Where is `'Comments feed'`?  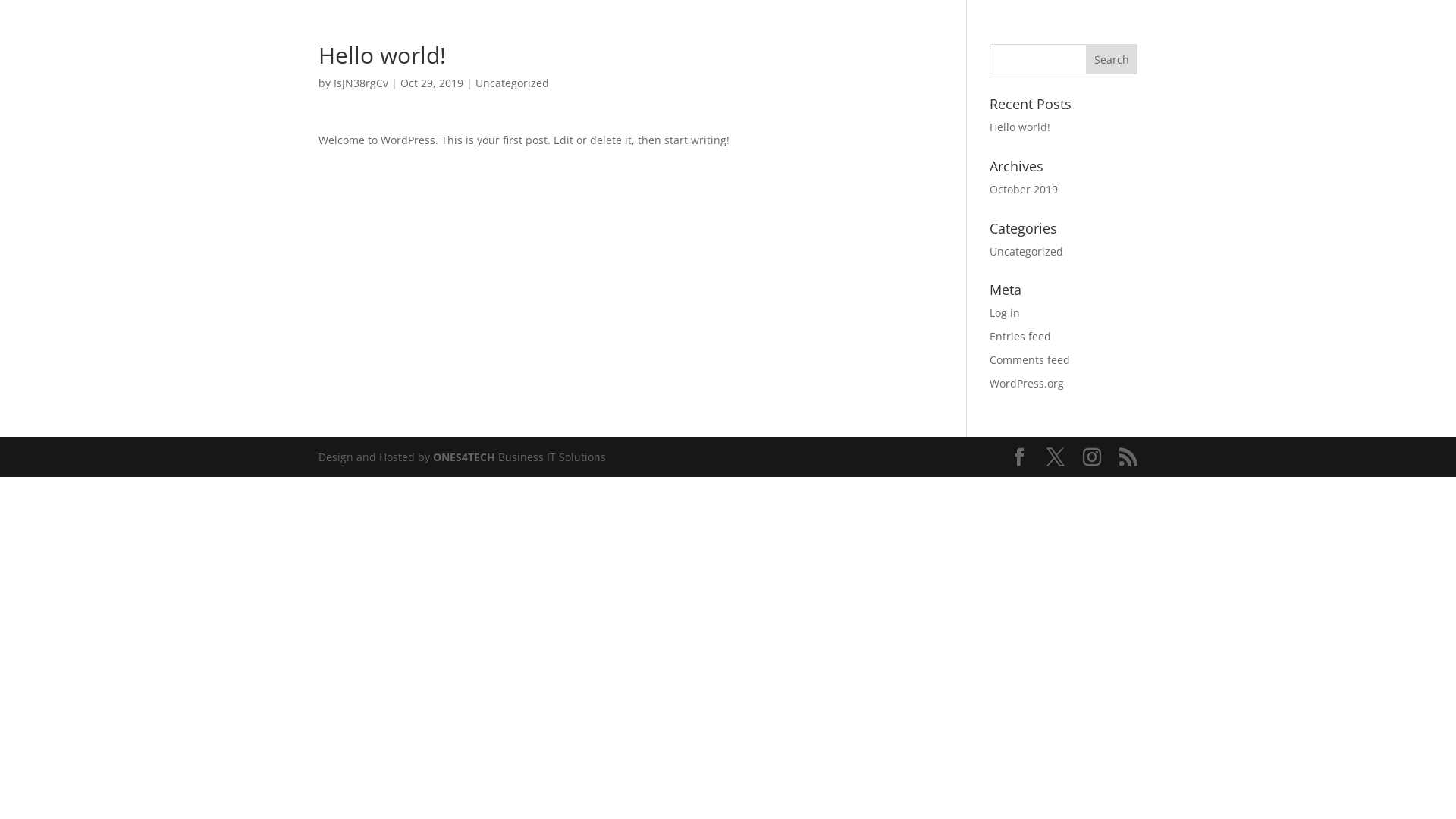 'Comments feed' is located at coordinates (1030, 359).